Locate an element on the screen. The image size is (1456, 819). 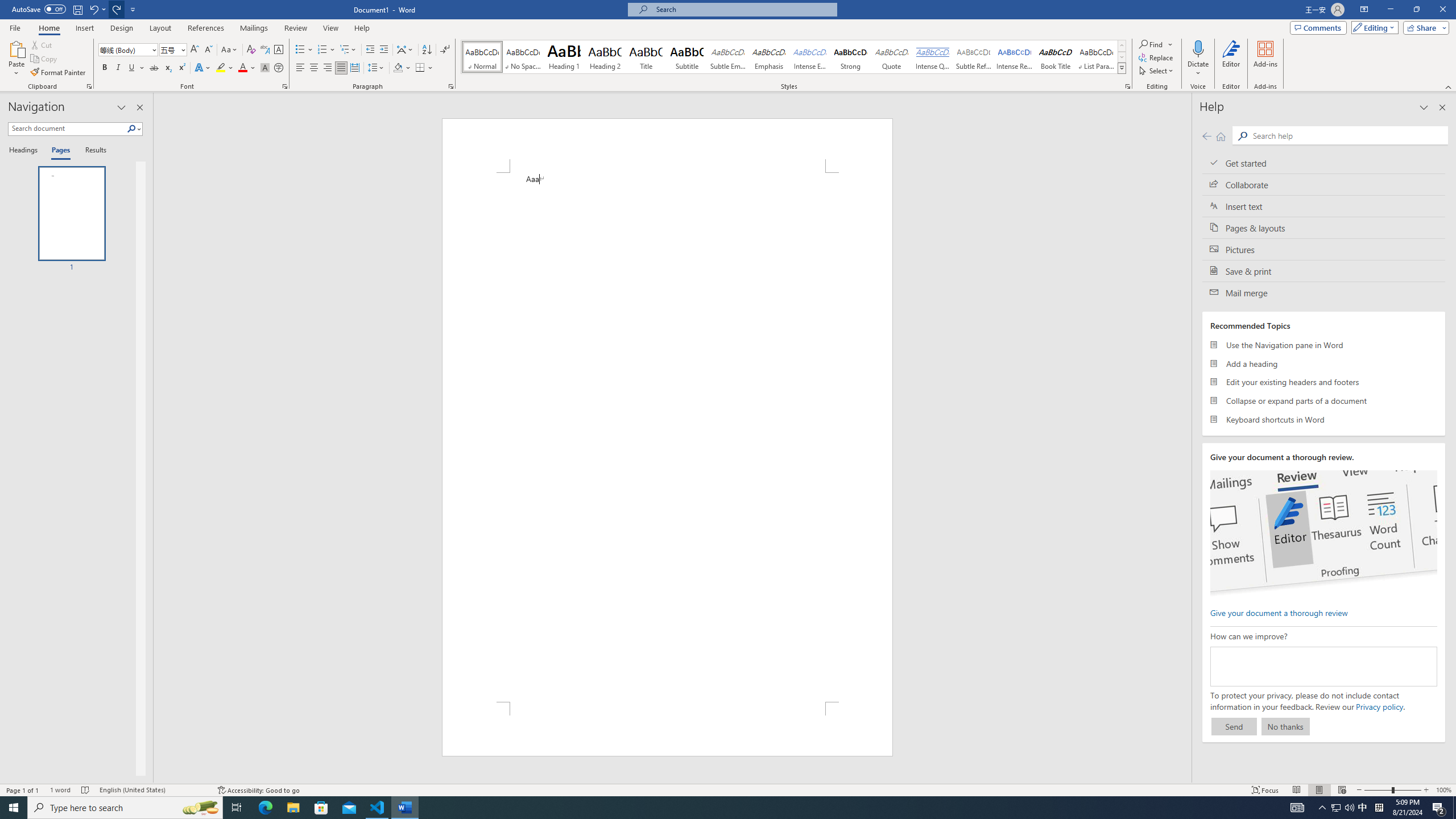
'Design' is located at coordinates (122, 28).